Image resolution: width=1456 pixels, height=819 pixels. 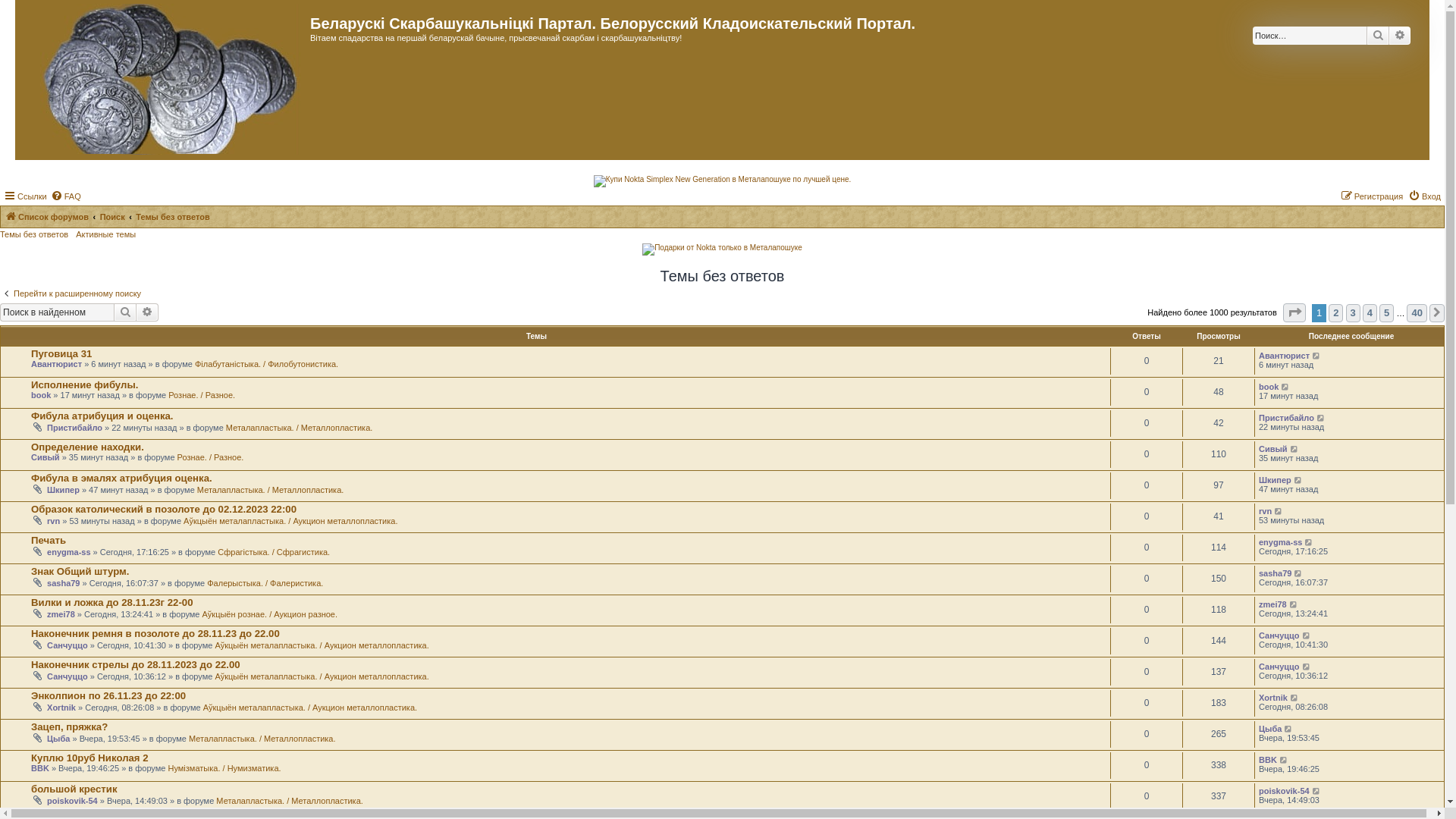 What do you see at coordinates (61, 614) in the screenshot?
I see `'zmei78'` at bounding box center [61, 614].